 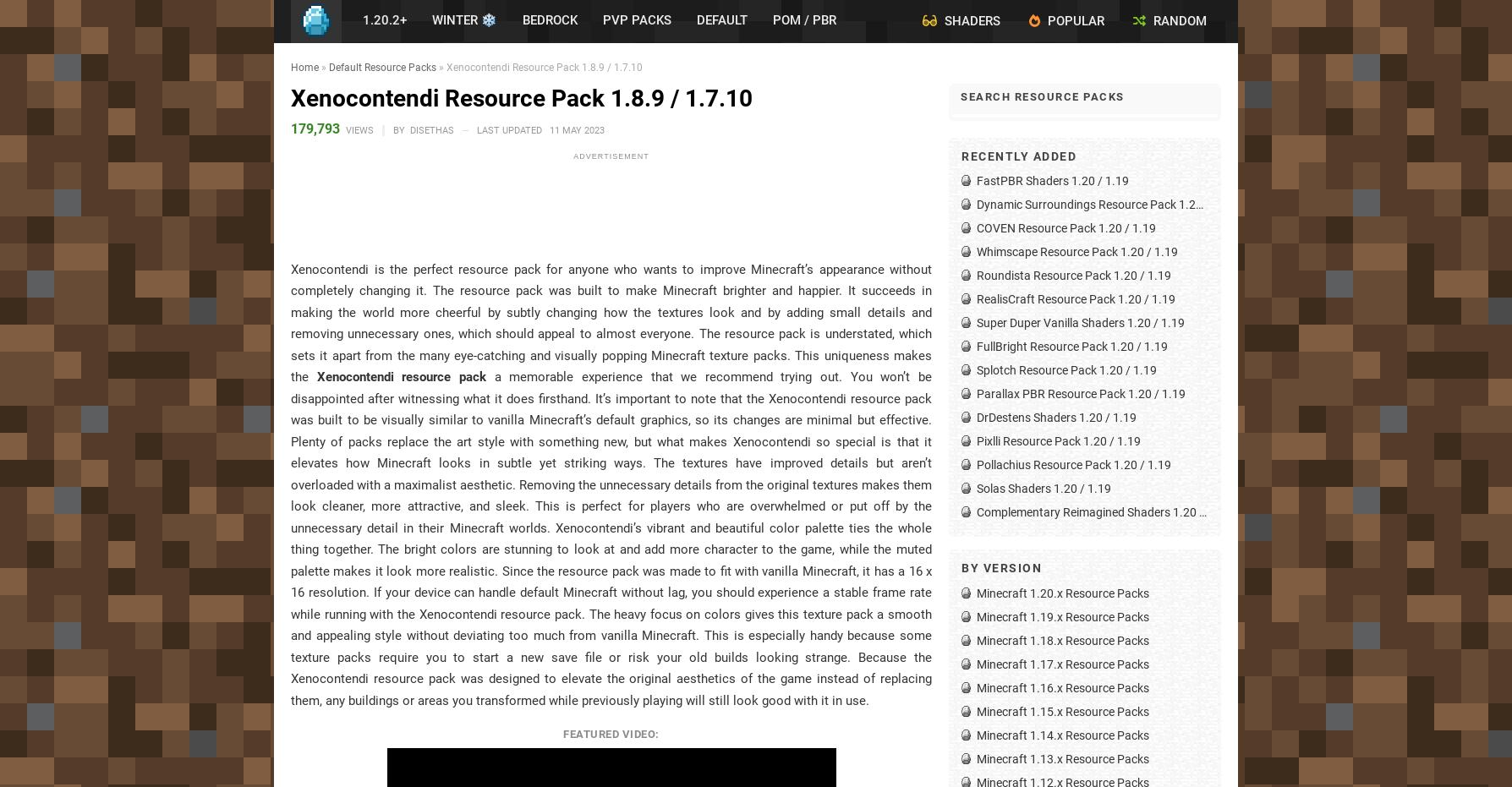 I want to click on 'Pixlli Resource Pack 1.20 / 1.19', so click(x=1057, y=441).